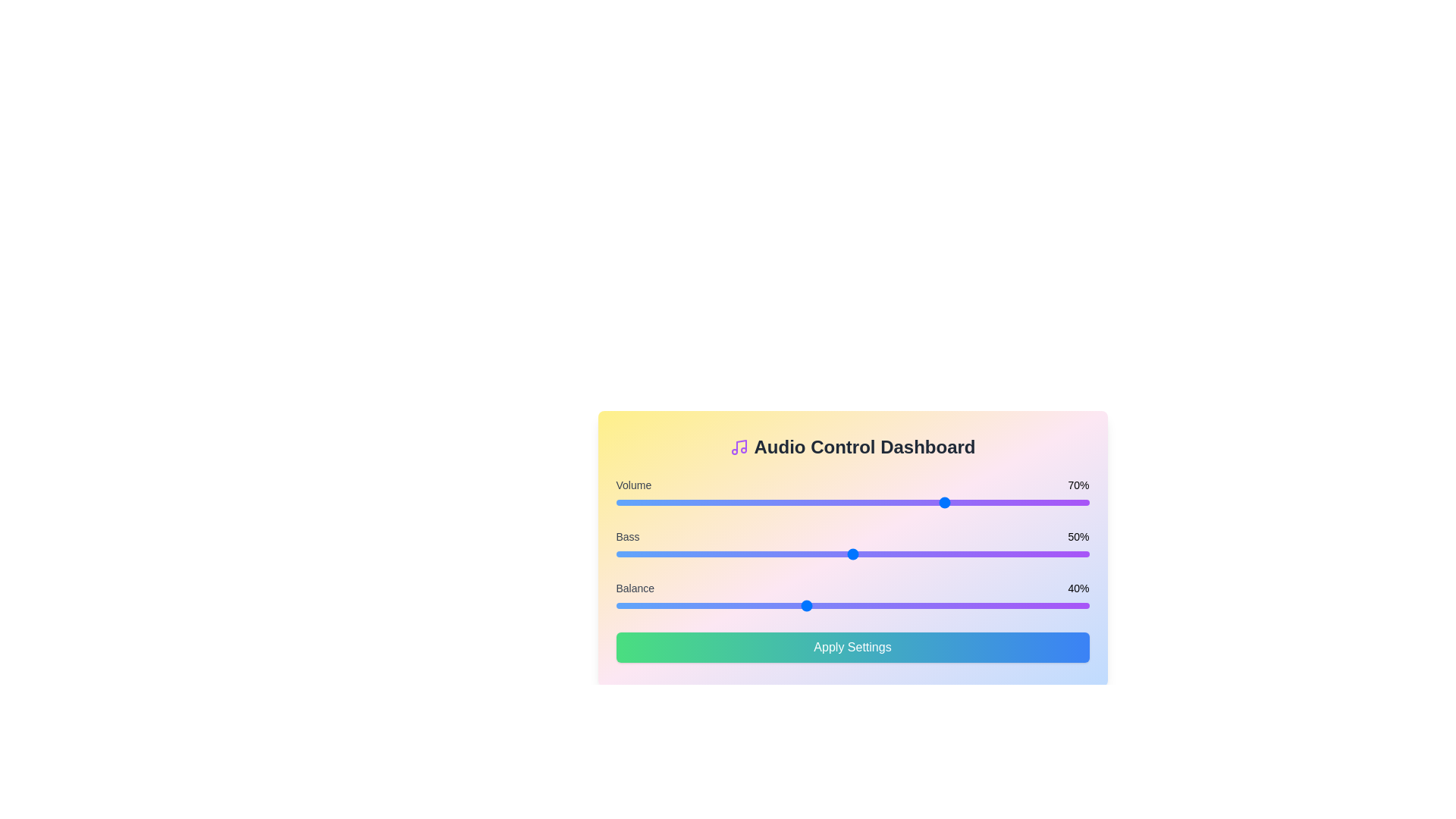 The height and width of the screenshot is (819, 1456). I want to click on the volume slider, so click(672, 503).